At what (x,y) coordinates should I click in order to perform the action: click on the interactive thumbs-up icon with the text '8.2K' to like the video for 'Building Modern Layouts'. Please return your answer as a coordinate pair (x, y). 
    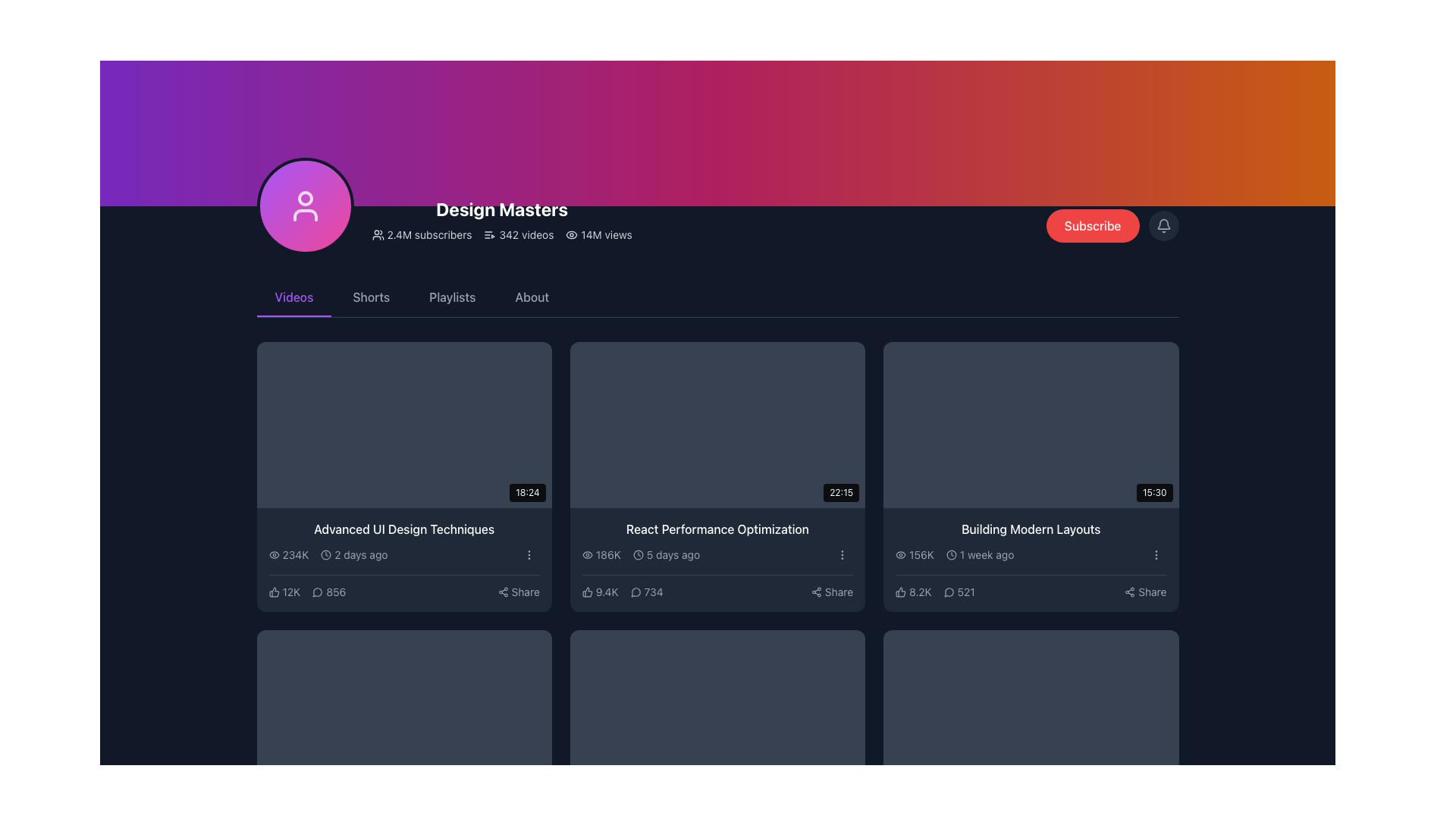
    Looking at the image, I should click on (912, 591).